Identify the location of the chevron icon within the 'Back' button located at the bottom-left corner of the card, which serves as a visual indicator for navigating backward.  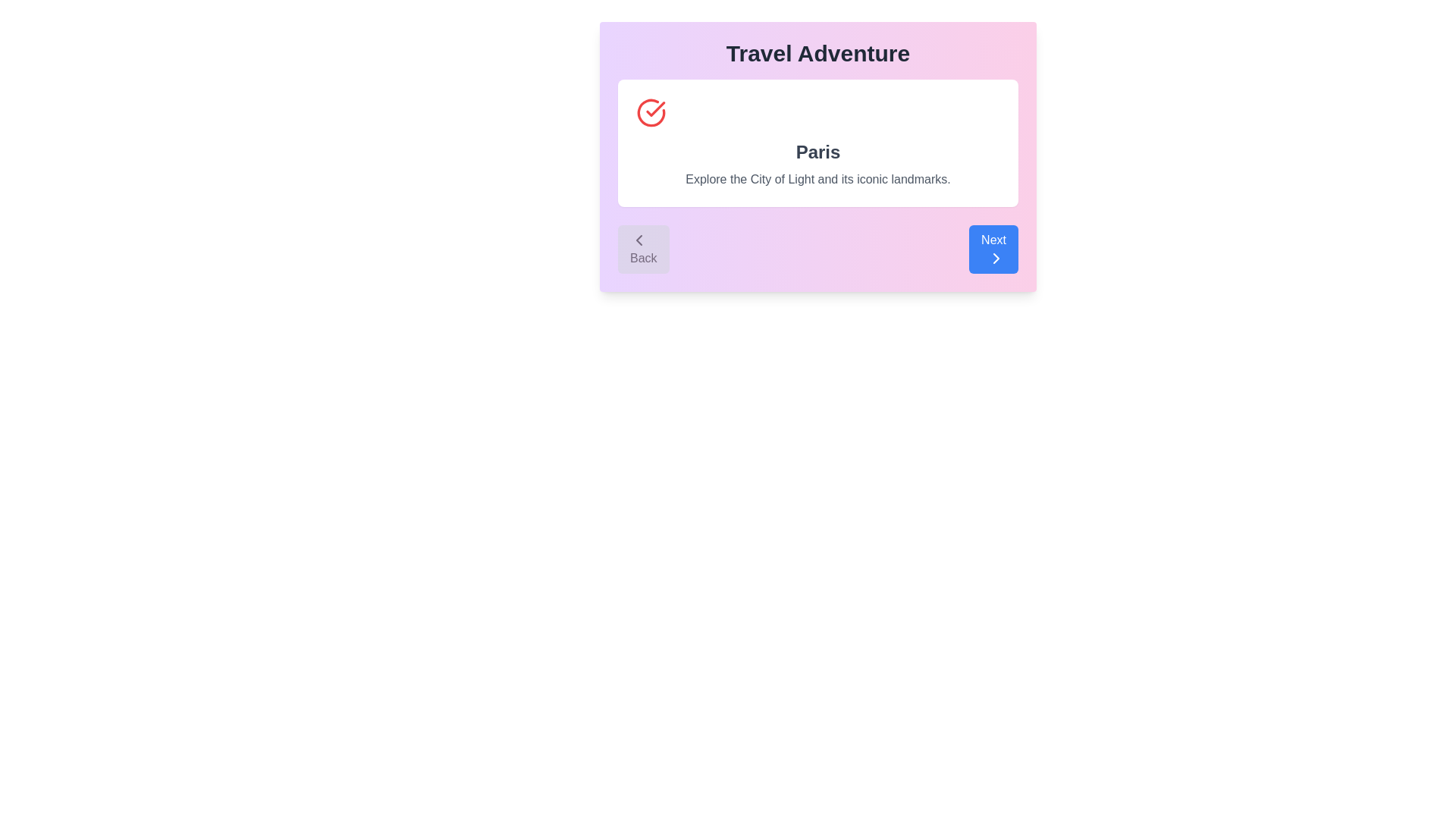
(639, 239).